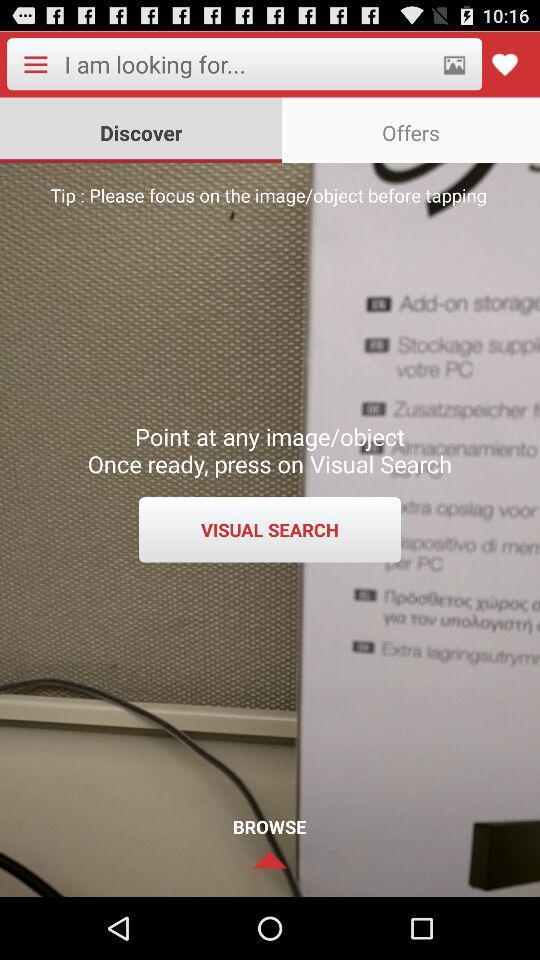 This screenshot has width=540, height=960. I want to click on the menu icon, so click(35, 68).